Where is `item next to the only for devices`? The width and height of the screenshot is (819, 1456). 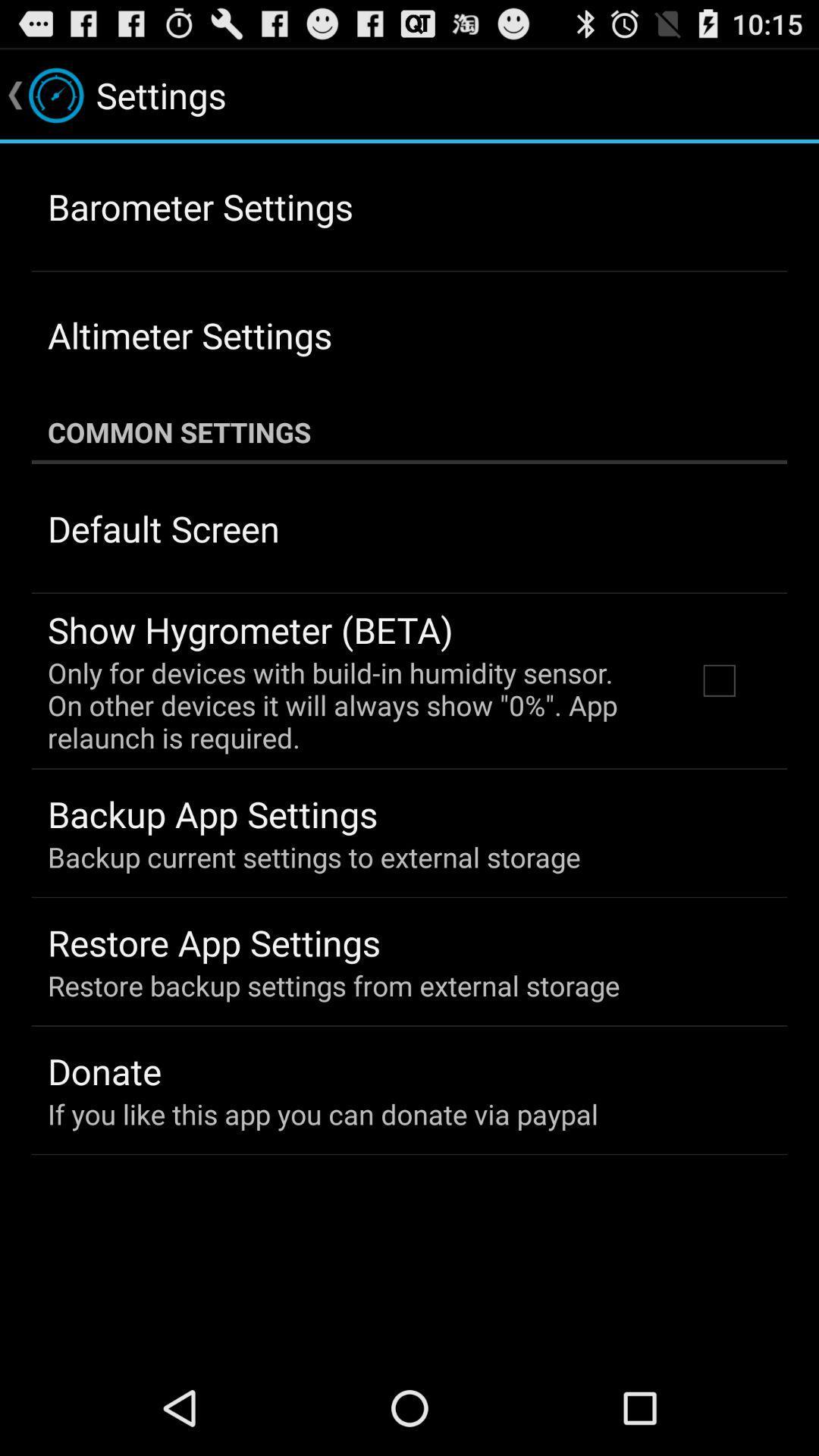
item next to the only for devices is located at coordinates (718, 679).